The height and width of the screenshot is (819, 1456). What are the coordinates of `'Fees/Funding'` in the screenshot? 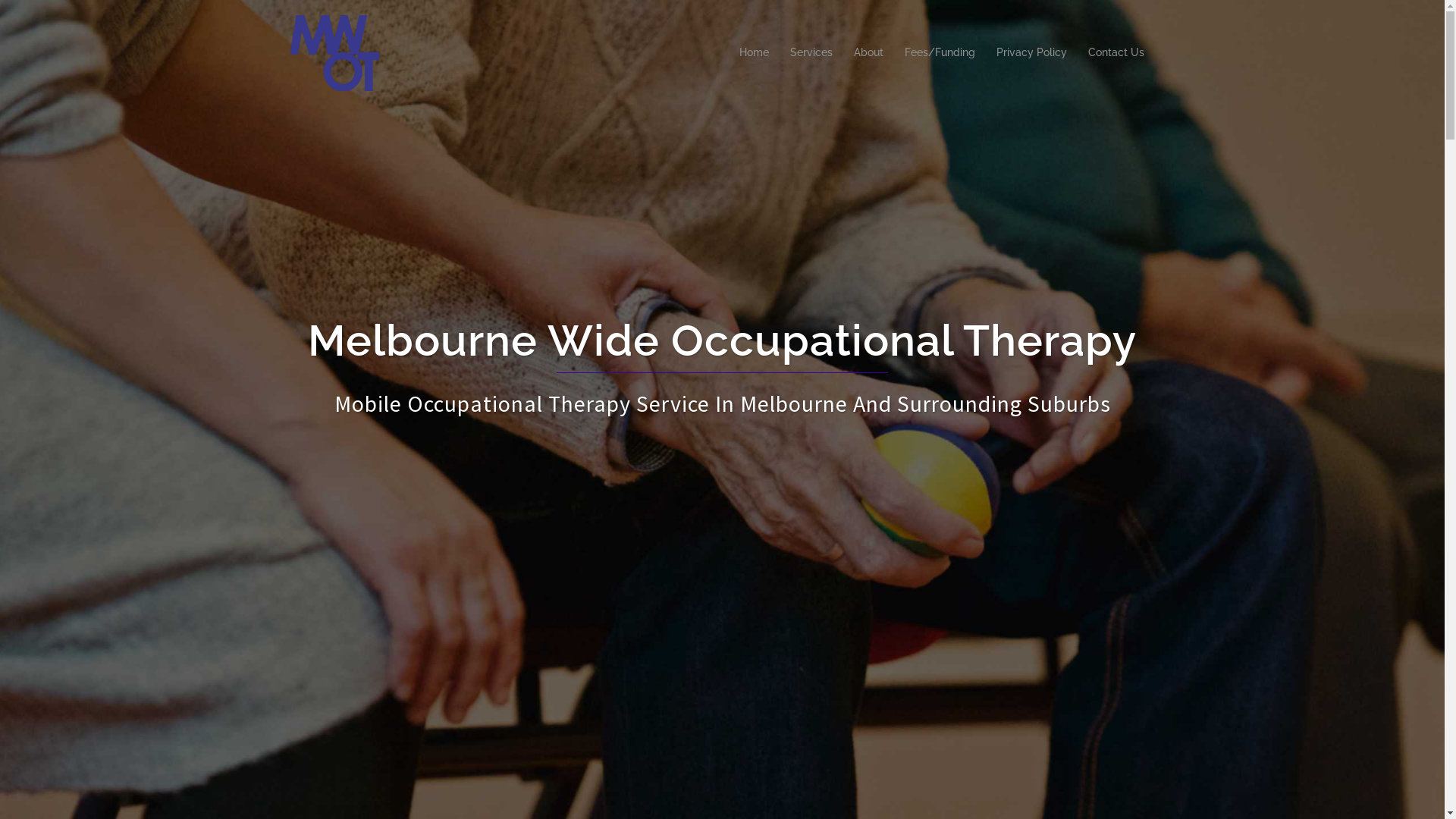 It's located at (938, 52).